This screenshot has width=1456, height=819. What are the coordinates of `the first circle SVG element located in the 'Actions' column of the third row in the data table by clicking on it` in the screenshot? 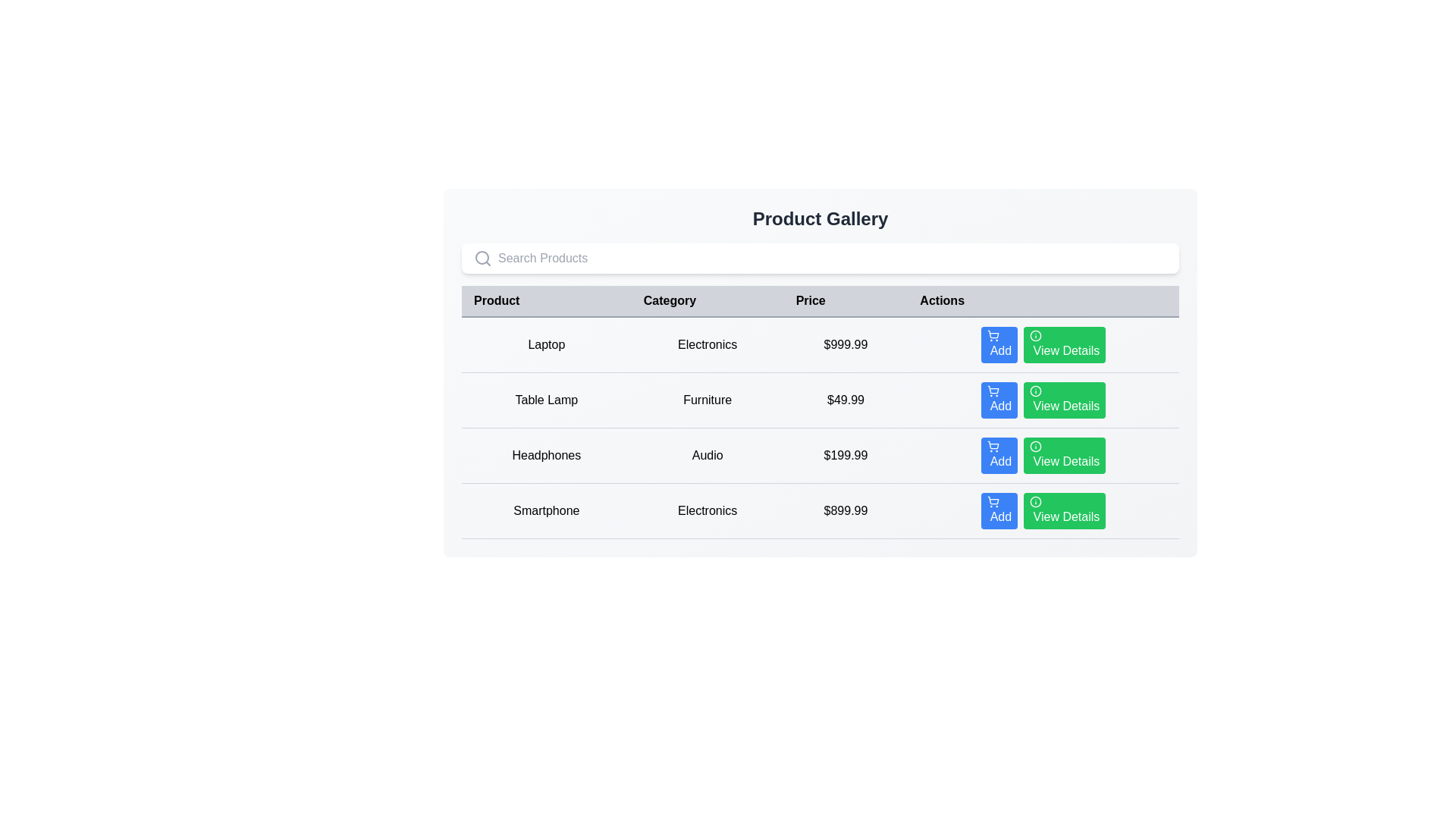 It's located at (1035, 446).